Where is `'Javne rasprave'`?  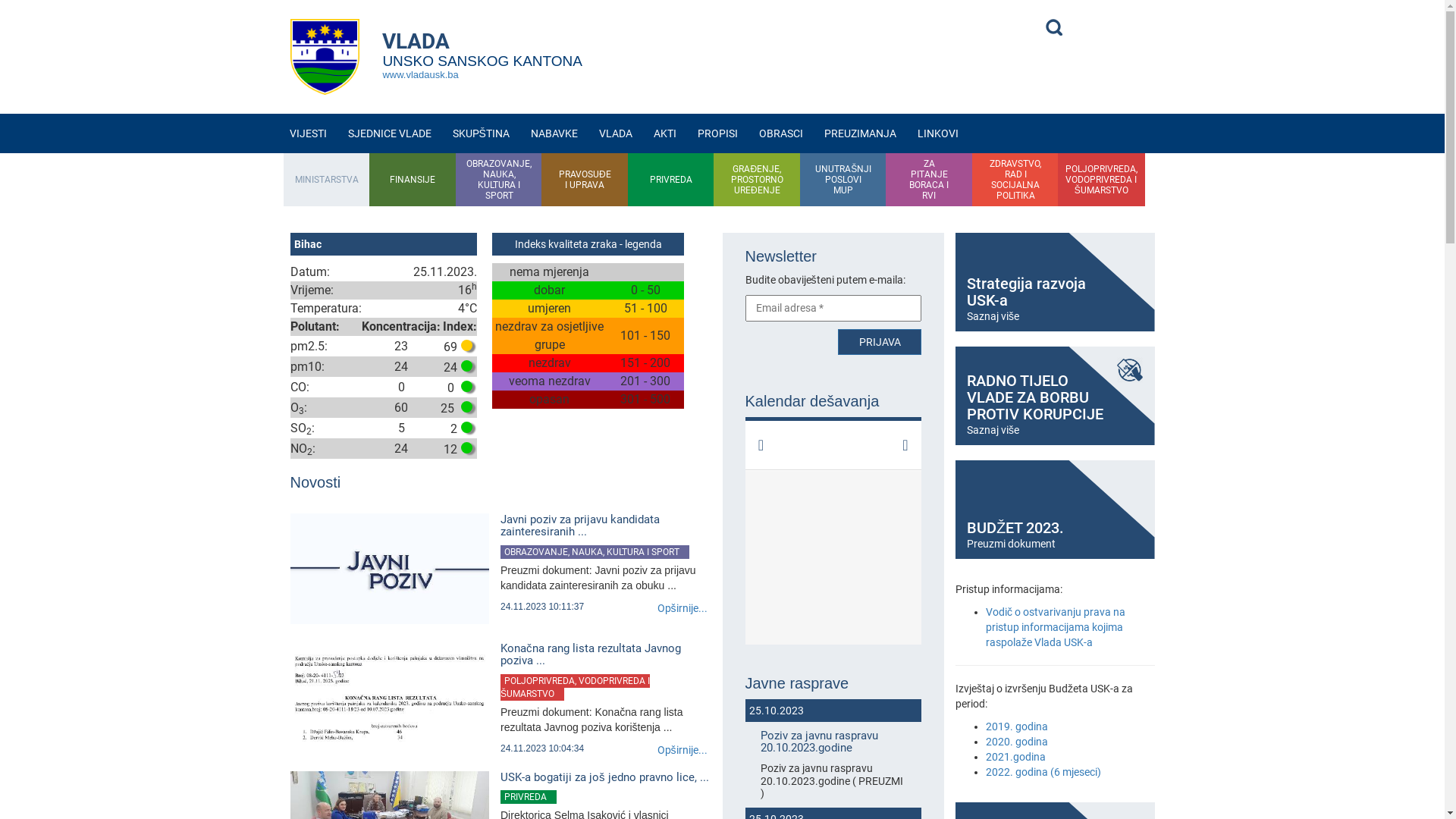 'Javne rasprave' is located at coordinates (832, 683).